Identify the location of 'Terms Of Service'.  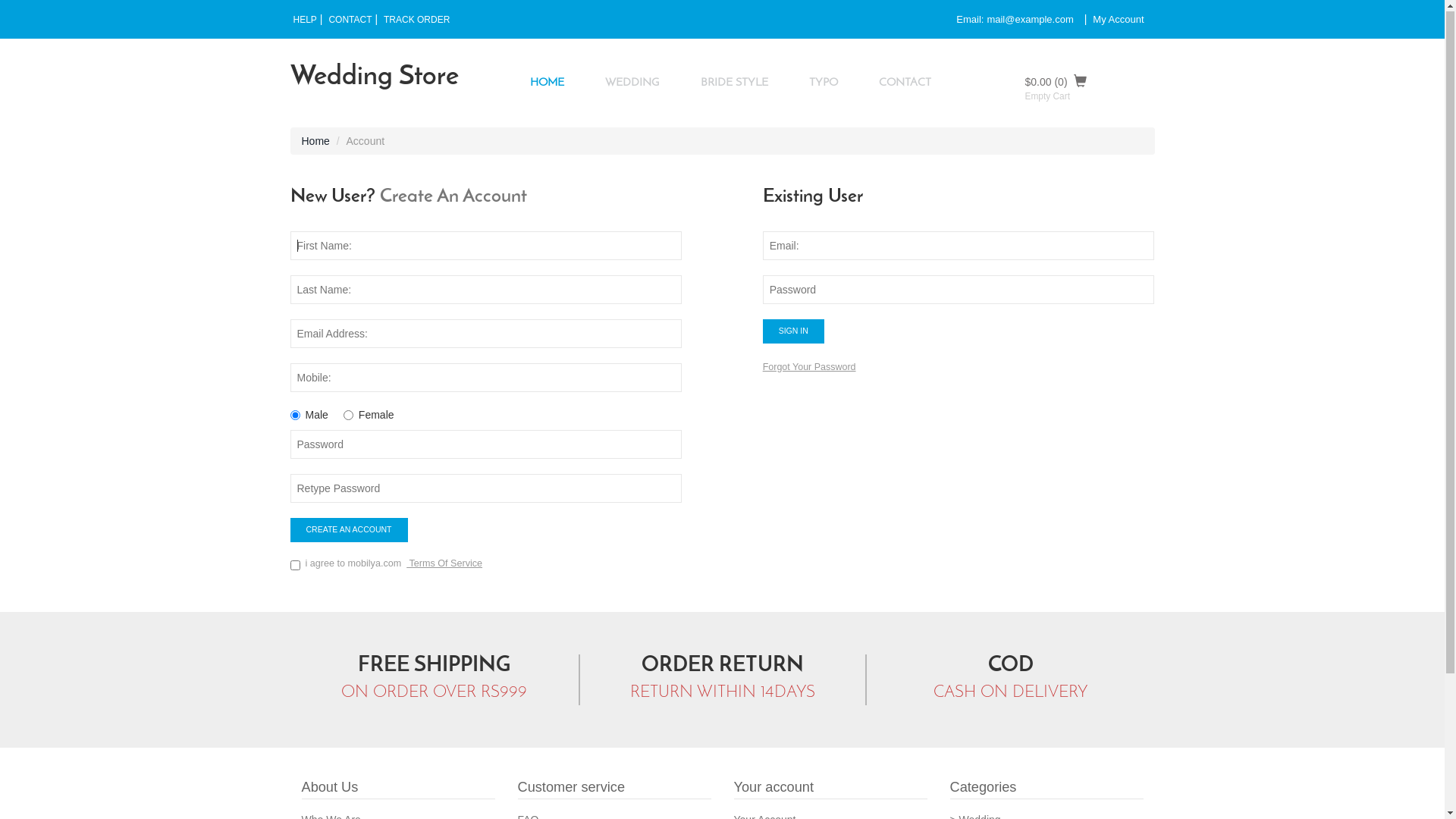
(443, 564).